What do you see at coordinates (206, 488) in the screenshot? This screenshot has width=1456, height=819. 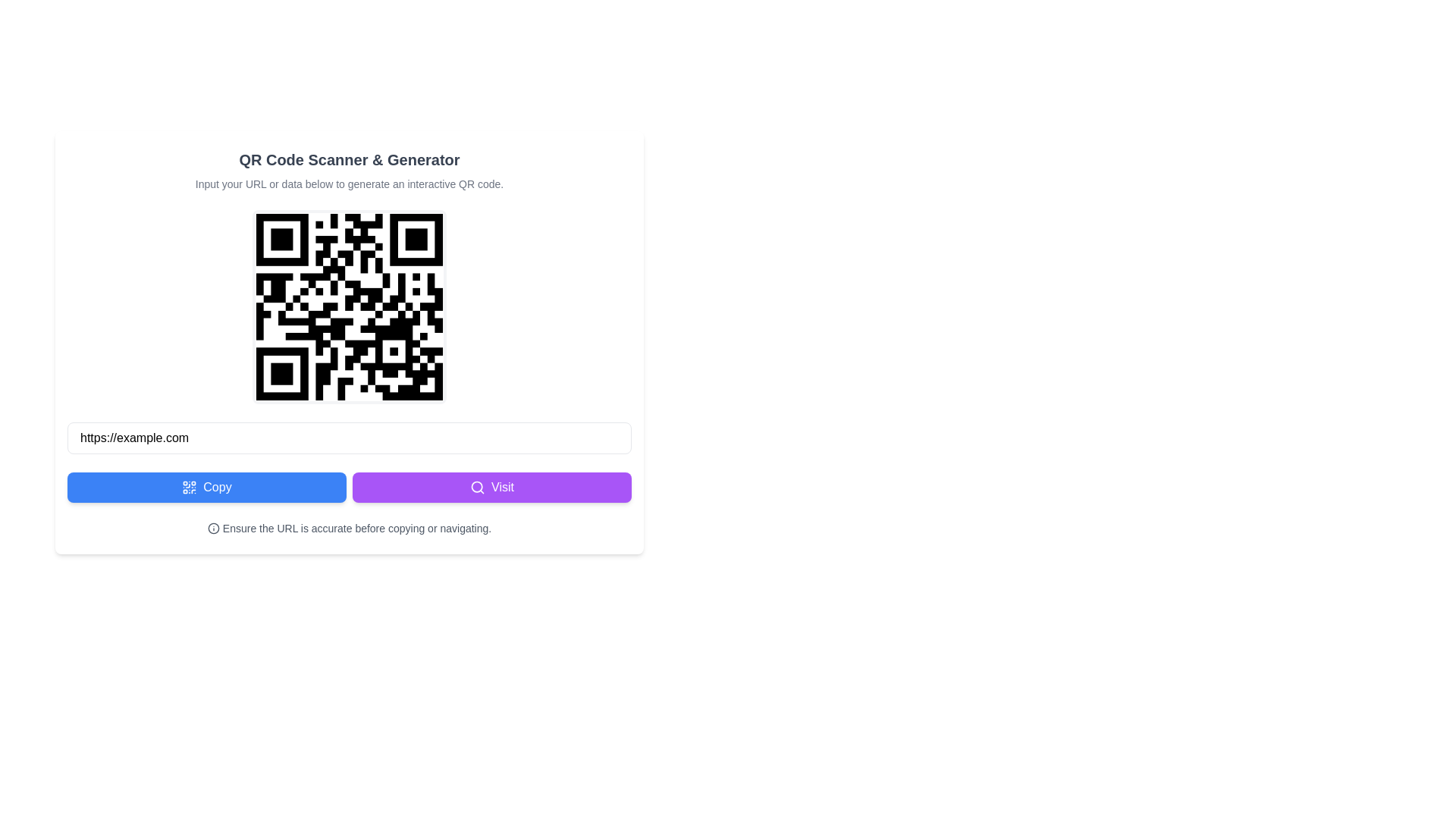 I see `the leftmost button with a blue background labeled 'Copy'` at bounding box center [206, 488].